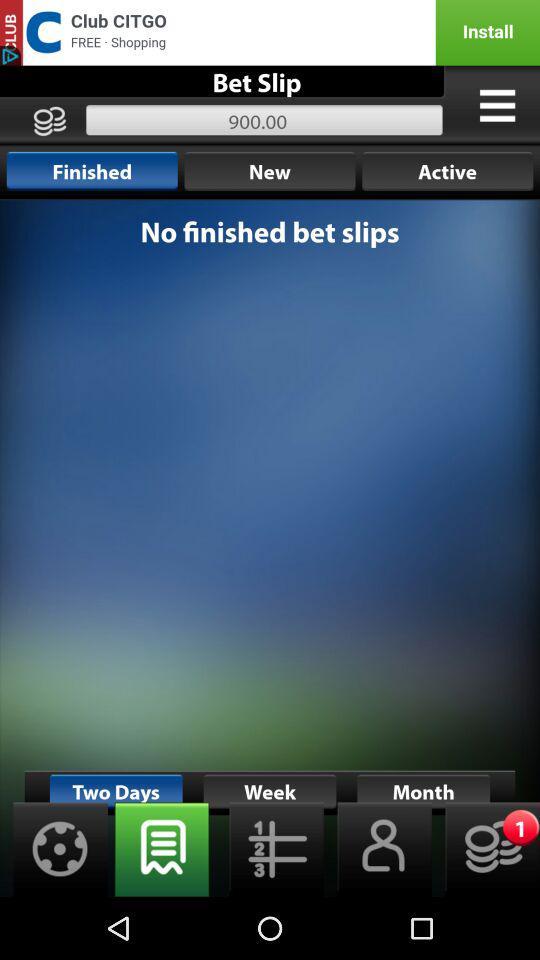  What do you see at coordinates (485, 848) in the screenshot?
I see `chips button` at bounding box center [485, 848].